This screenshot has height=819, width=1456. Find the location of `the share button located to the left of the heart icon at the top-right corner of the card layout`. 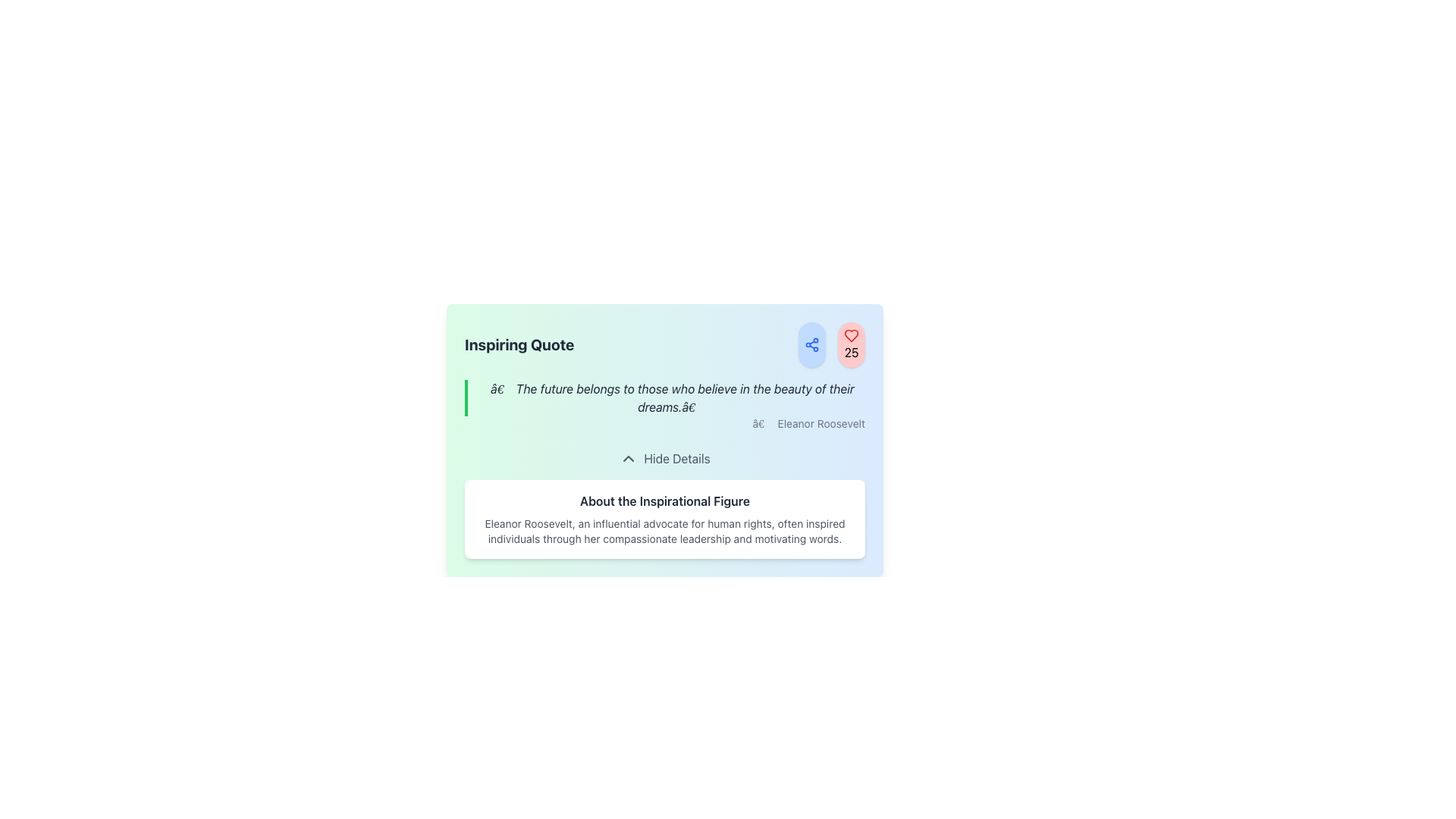

the share button located to the left of the heart icon at the top-right corner of the card layout is located at coordinates (811, 345).